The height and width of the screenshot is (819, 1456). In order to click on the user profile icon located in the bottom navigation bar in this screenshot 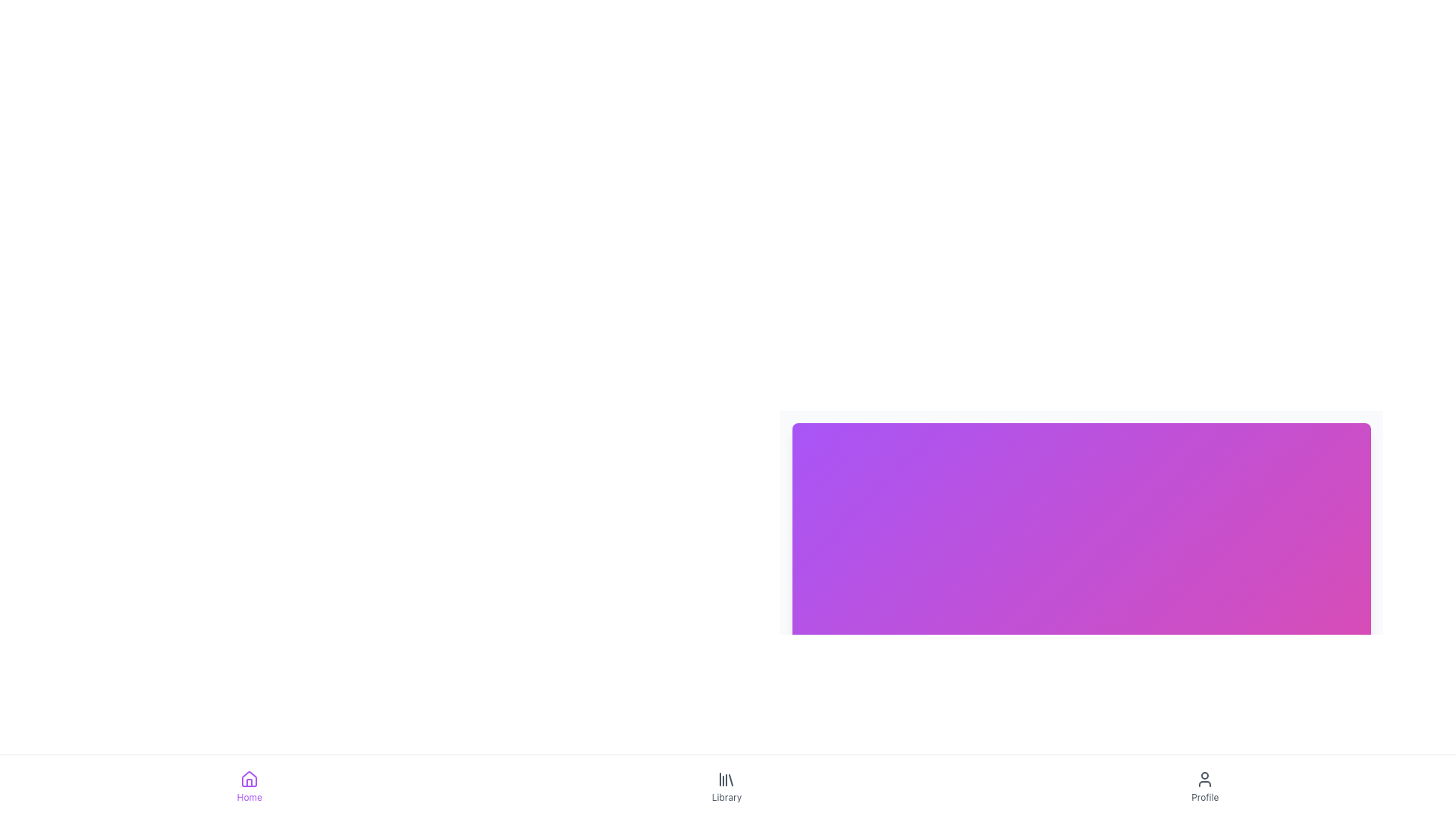, I will do `click(1203, 780)`.